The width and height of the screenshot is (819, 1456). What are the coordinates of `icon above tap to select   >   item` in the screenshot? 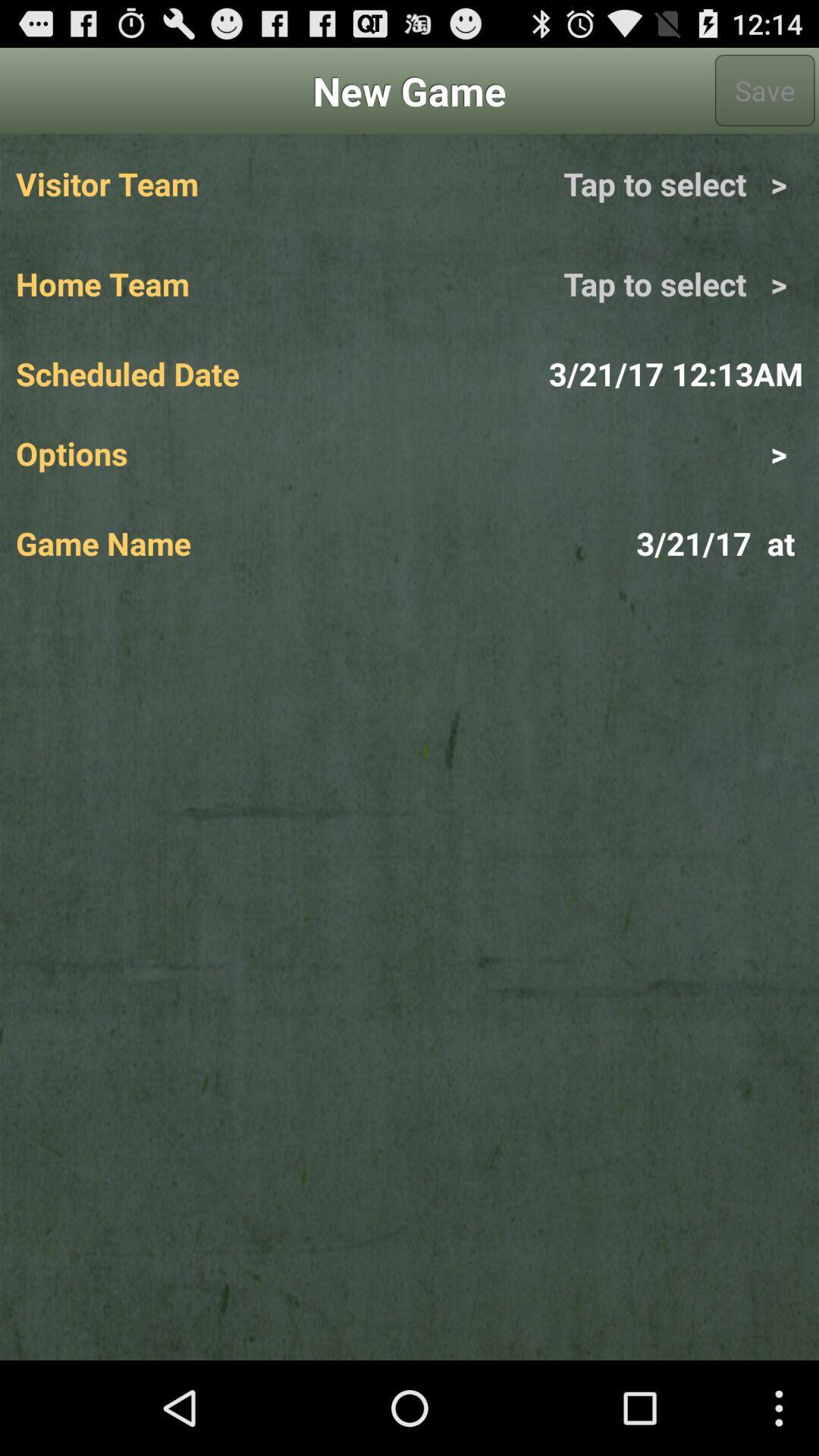 It's located at (764, 89).